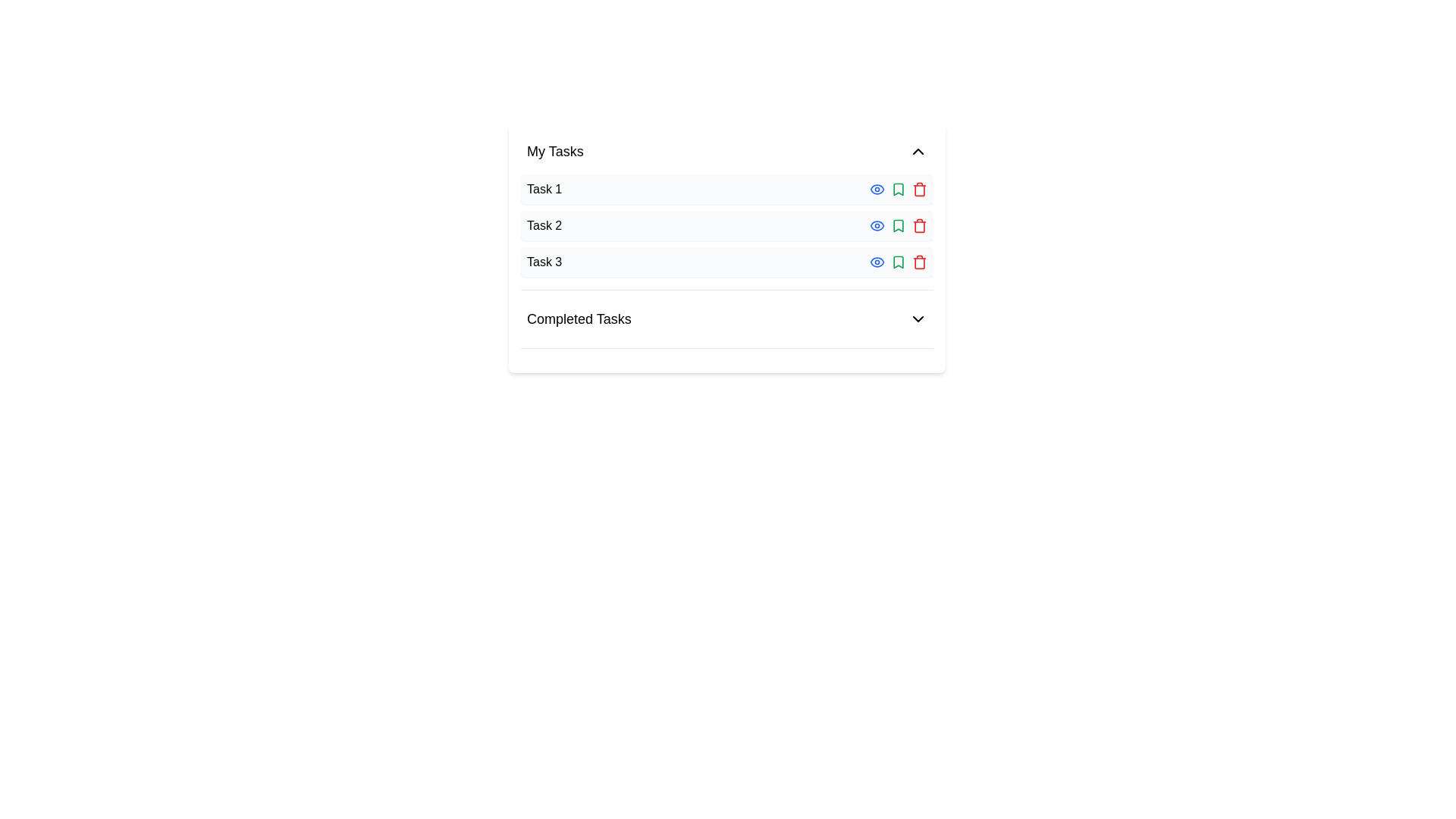 Image resolution: width=1456 pixels, height=819 pixels. What do you see at coordinates (899, 225) in the screenshot?
I see `the green-colored bookmark icon in the 'My Tasks' section, specifically the Bookmark Button adjacent to the trash and eye icons in the row labeled 'Task 2', to bookmark the task` at bounding box center [899, 225].